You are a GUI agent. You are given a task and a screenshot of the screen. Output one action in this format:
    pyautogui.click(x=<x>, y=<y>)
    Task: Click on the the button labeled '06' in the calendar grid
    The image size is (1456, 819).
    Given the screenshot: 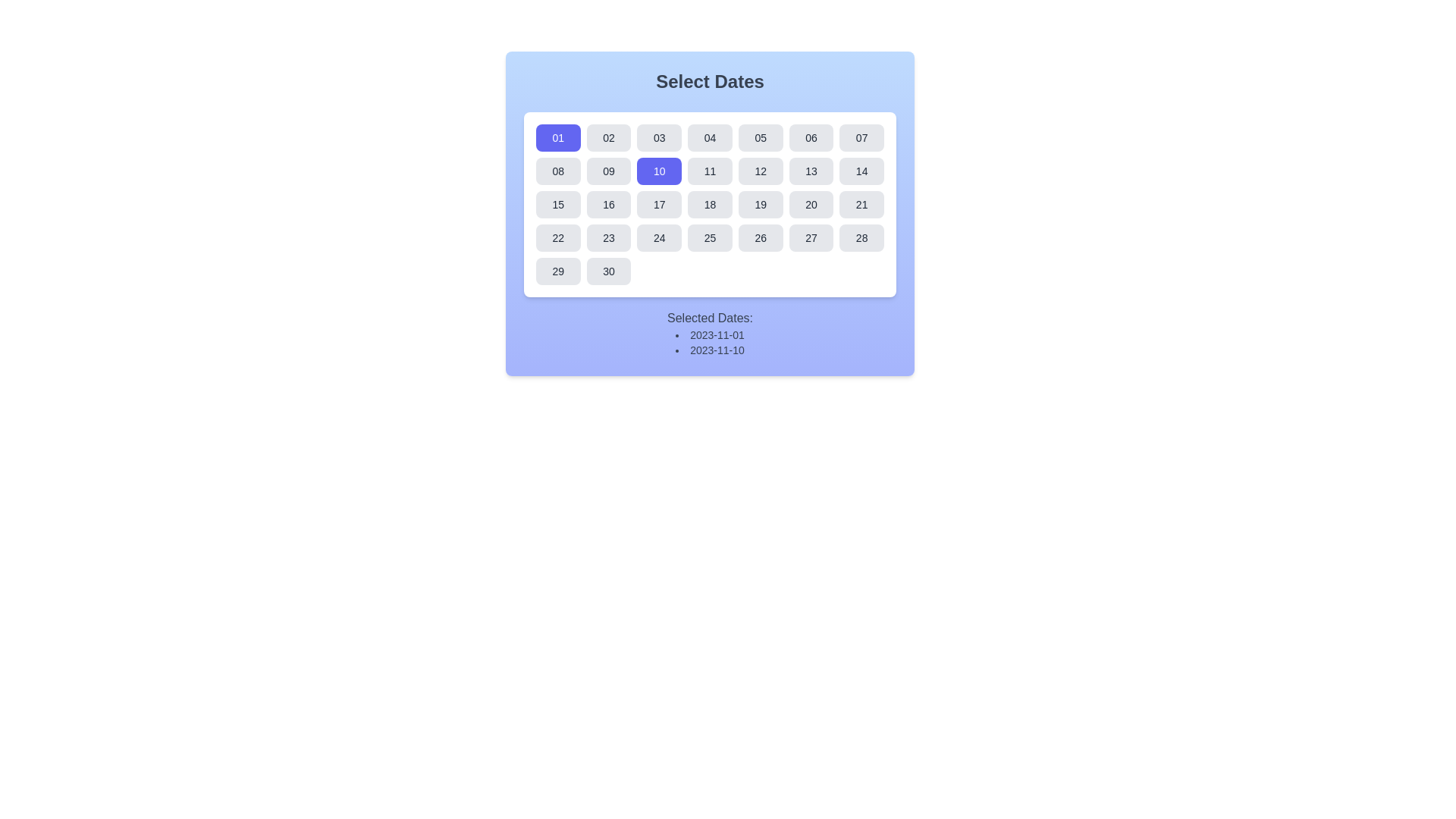 What is the action you would take?
    pyautogui.click(x=811, y=137)
    